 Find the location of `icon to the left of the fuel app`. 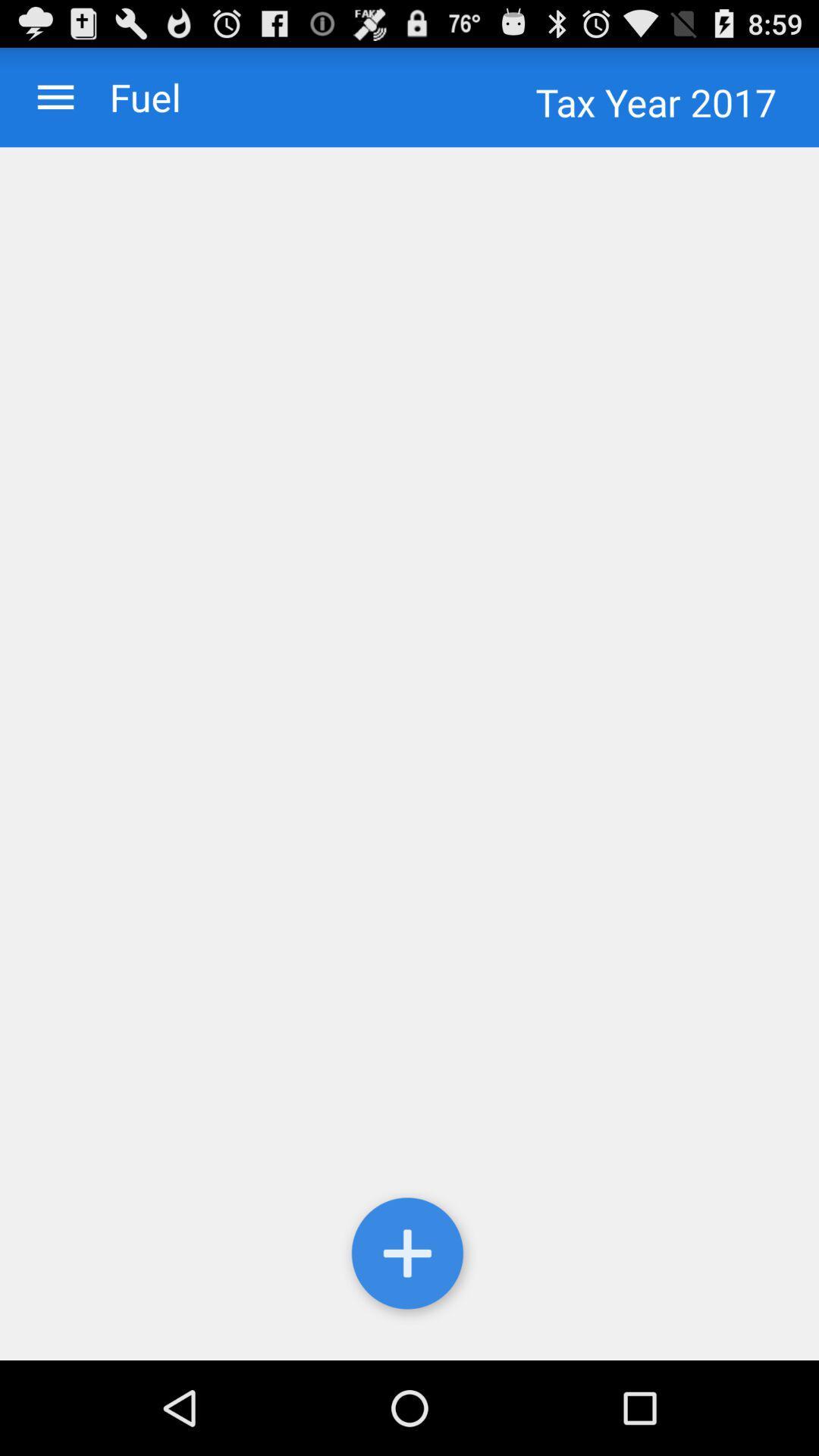

icon to the left of the fuel app is located at coordinates (55, 96).